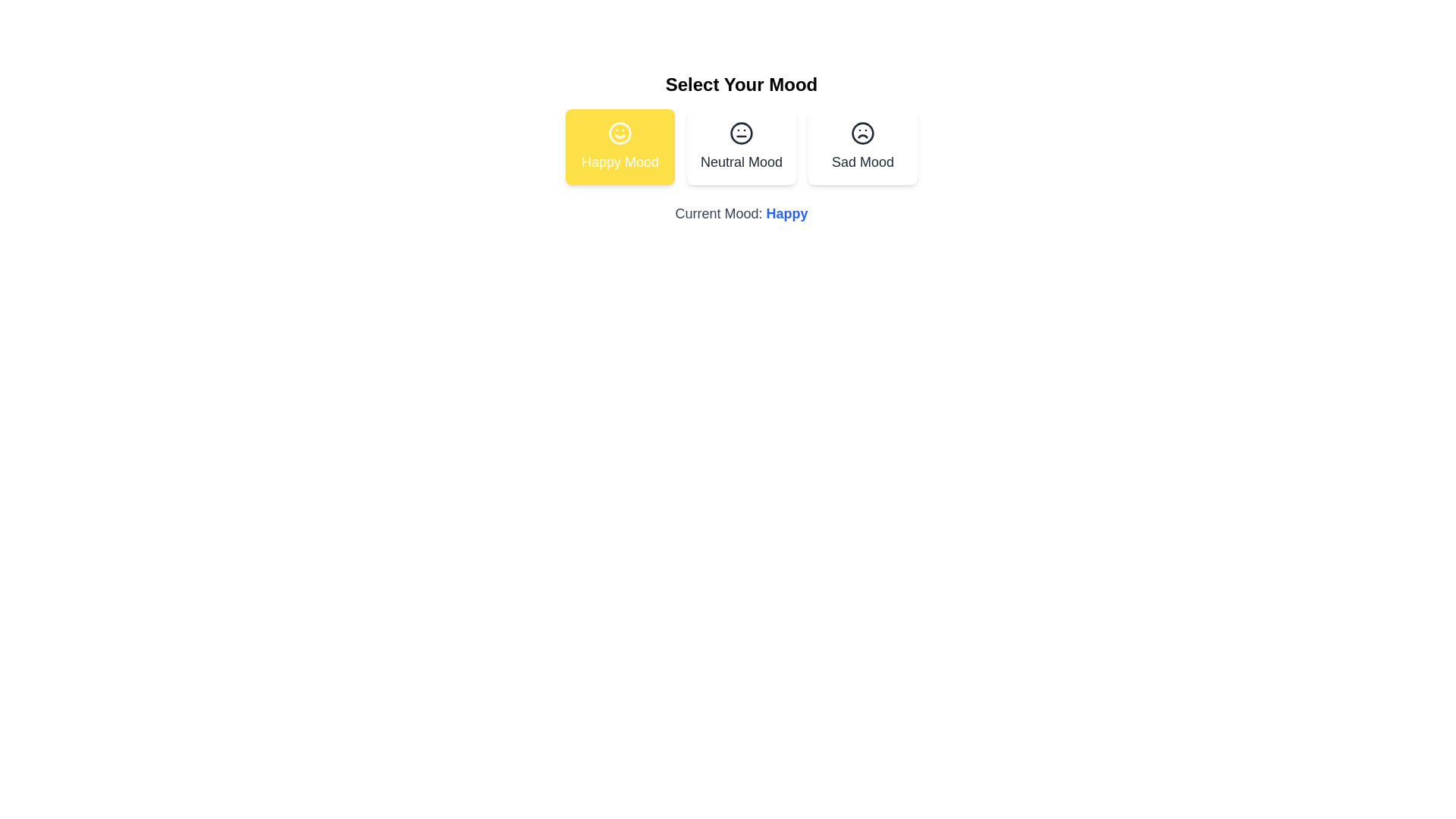 The image size is (1456, 819). I want to click on the mood button corresponding to Sad, so click(862, 146).